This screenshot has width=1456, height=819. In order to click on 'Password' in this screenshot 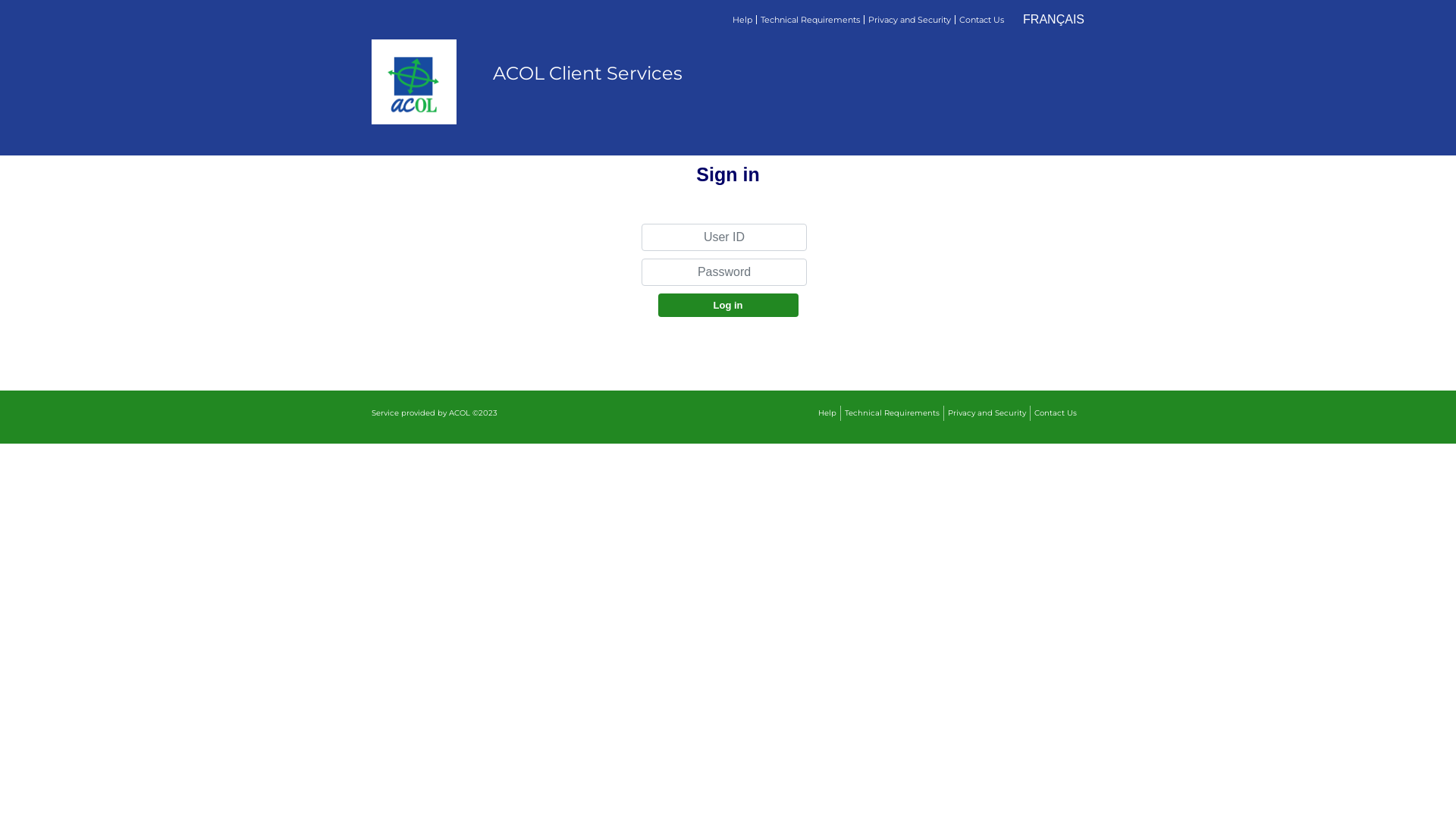, I will do `click(641, 271)`.